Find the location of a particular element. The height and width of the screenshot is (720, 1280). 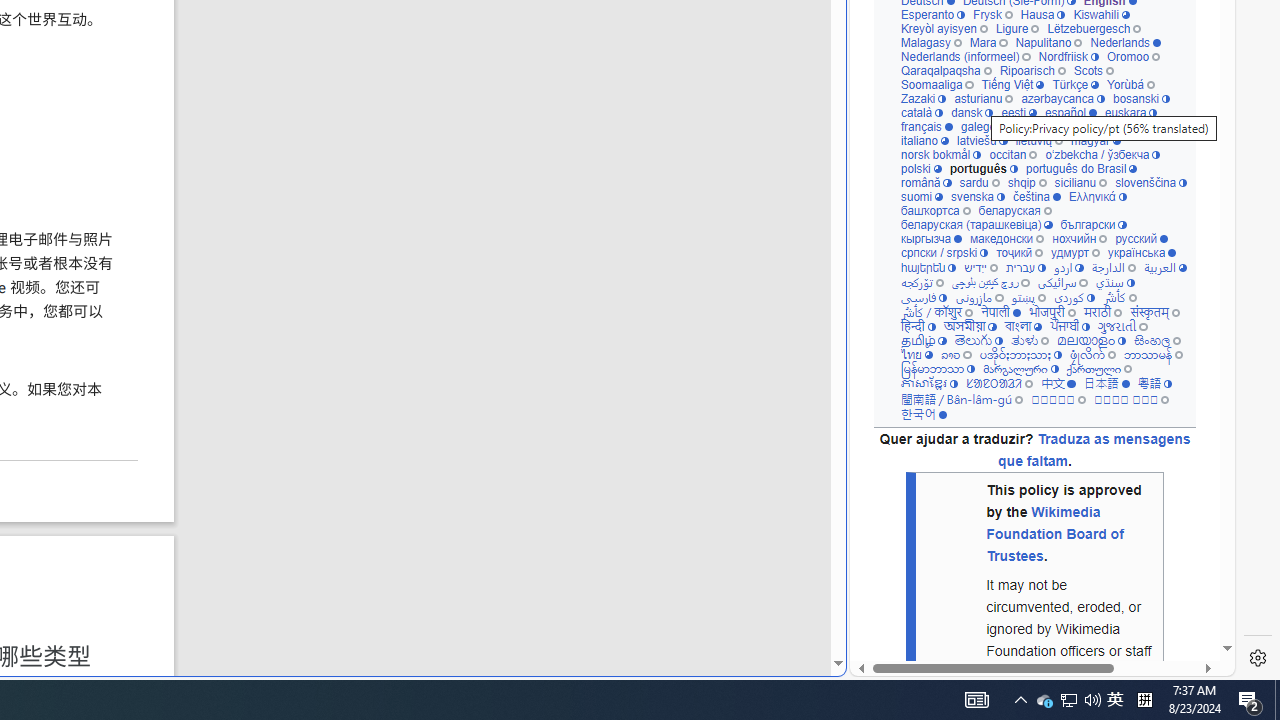

'asturianu' is located at coordinates (983, 98).